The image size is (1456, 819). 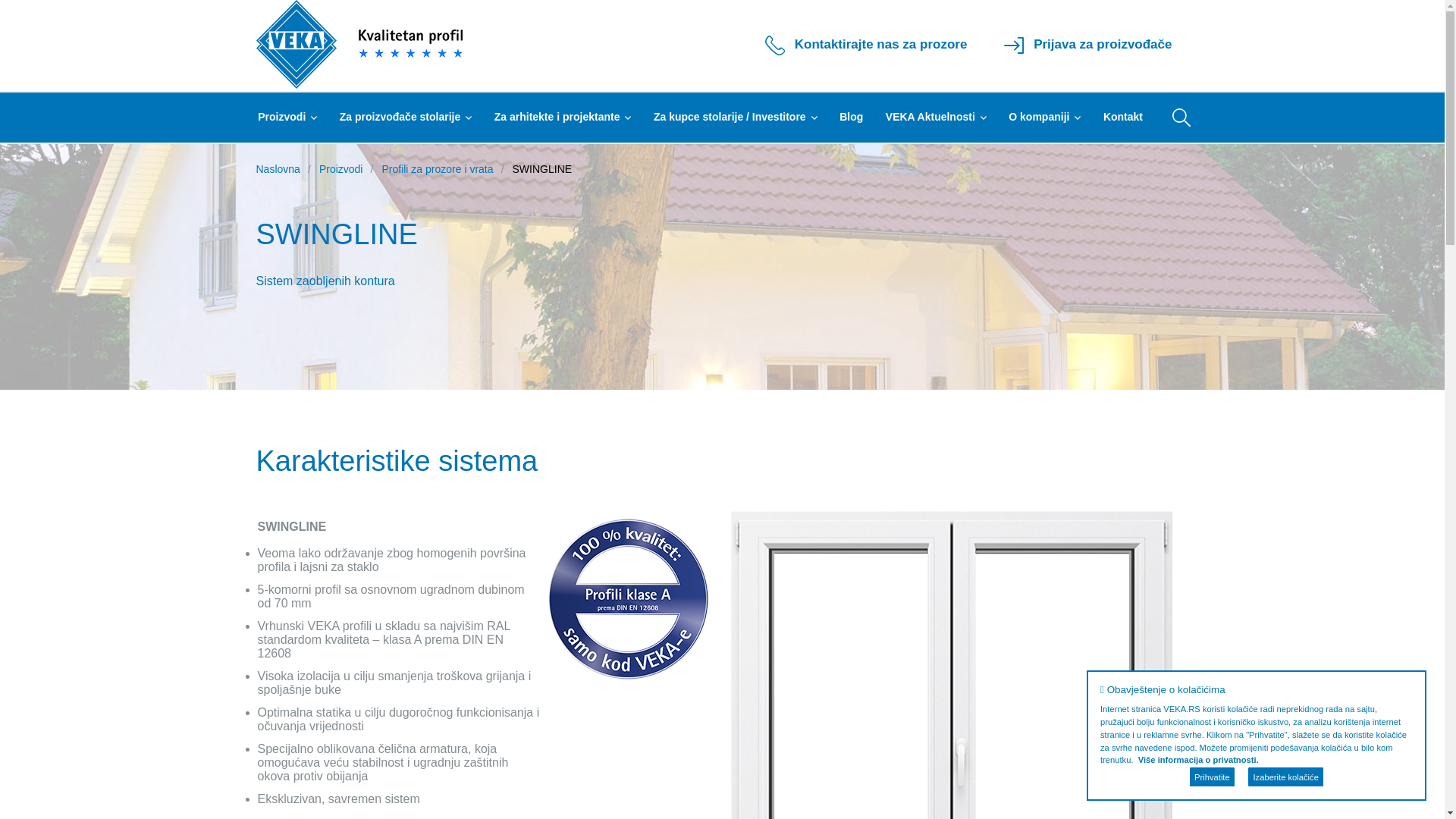 What do you see at coordinates (562, 117) in the screenshot?
I see `'Za arhitekte i projektante'` at bounding box center [562, 117].